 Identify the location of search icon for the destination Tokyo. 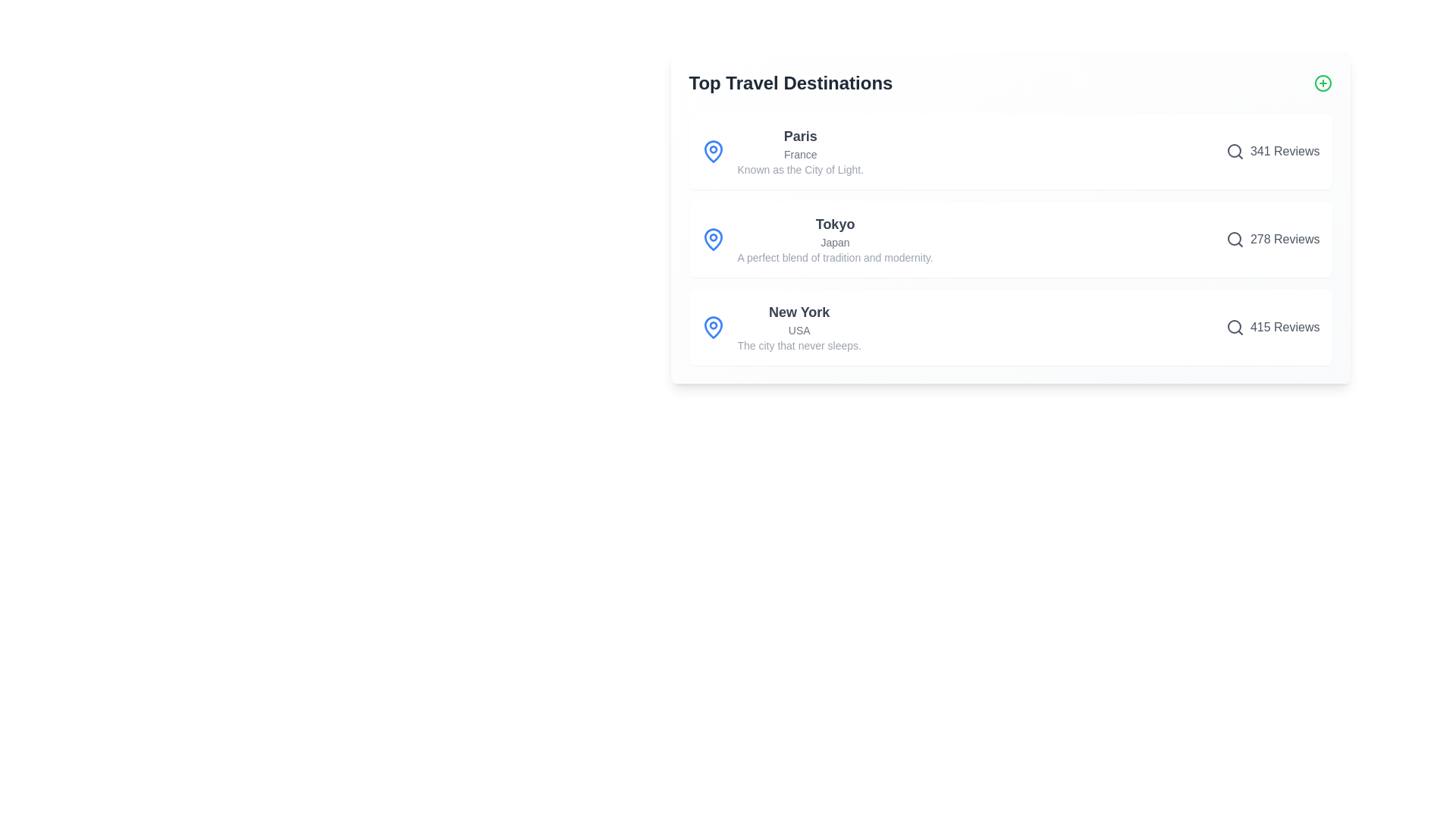
(1235, 239).